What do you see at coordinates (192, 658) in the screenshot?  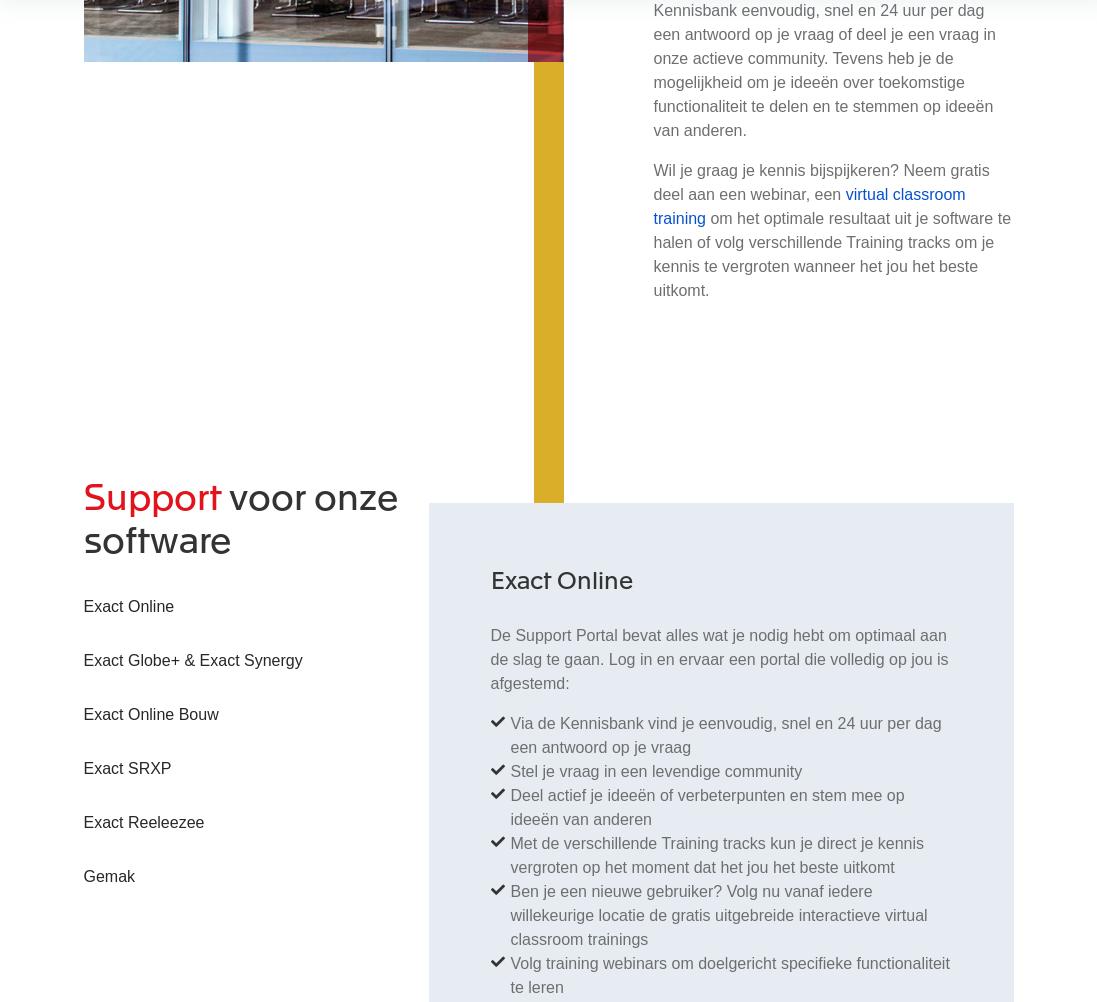 I see `'Exact Globe+ & Exact Synergy'` at bounding box center [192, 658].